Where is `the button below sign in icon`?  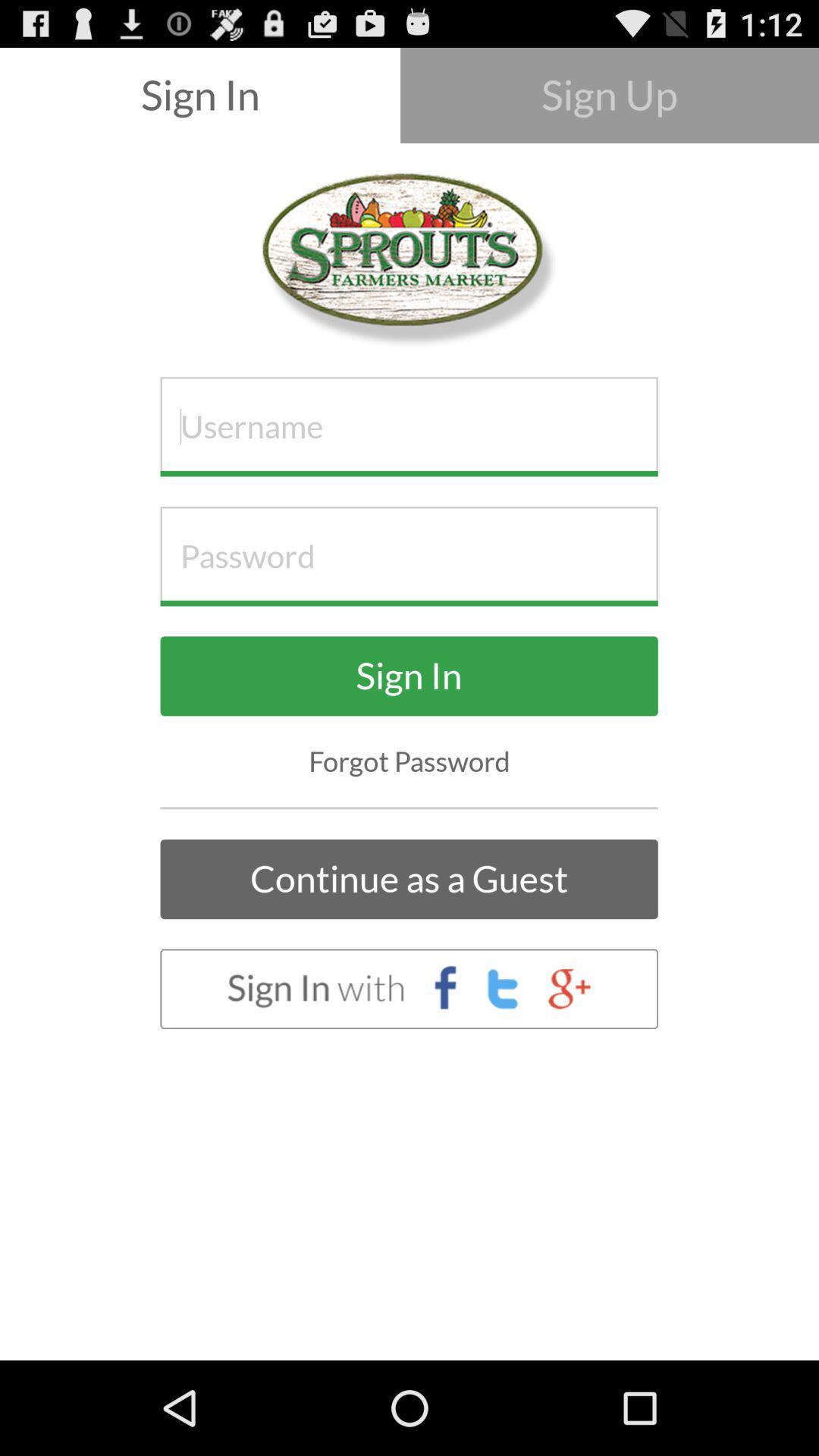
the button below sign in icon is located at coordinates (409, 761).